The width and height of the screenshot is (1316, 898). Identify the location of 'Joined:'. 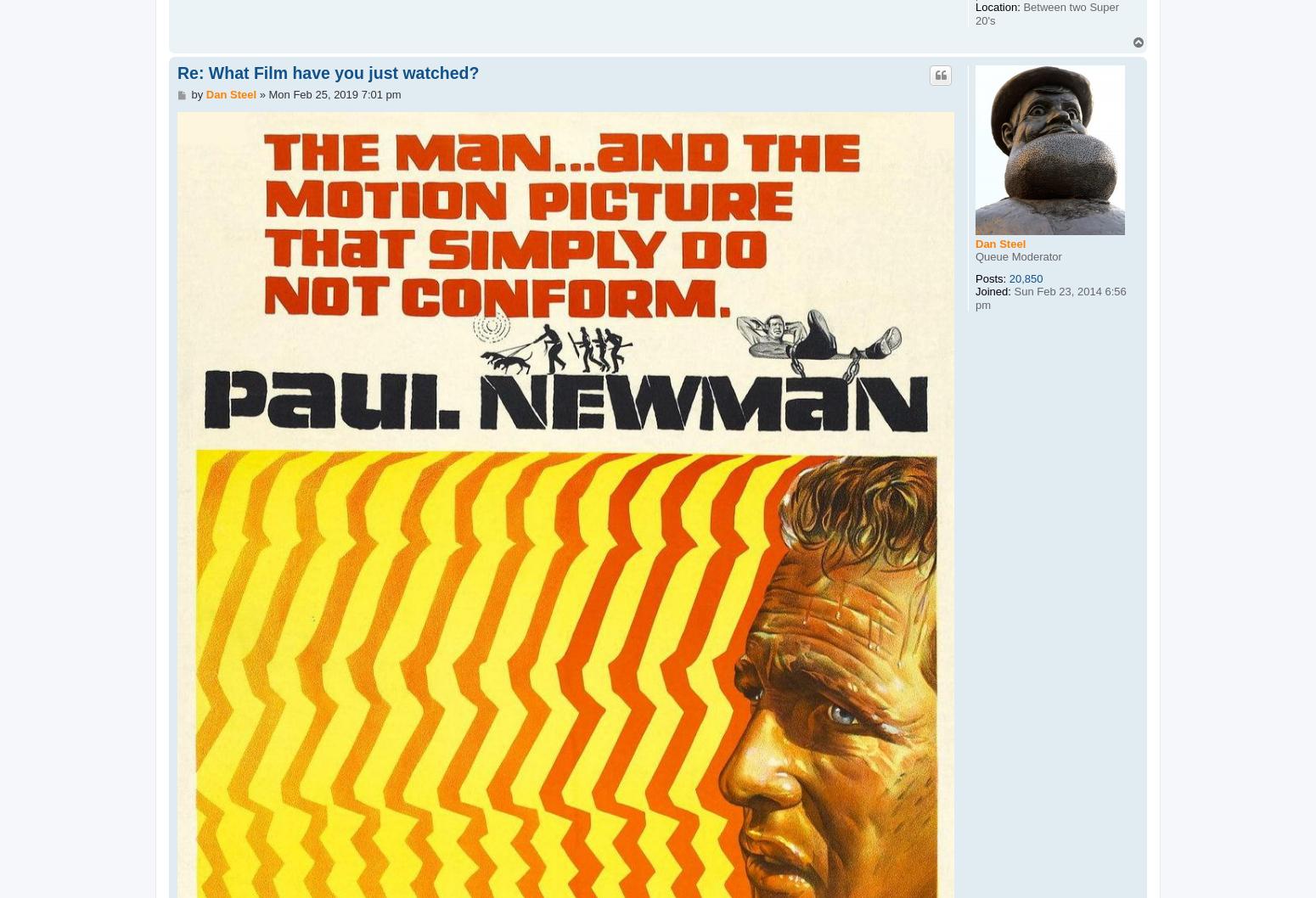
(993, 290).